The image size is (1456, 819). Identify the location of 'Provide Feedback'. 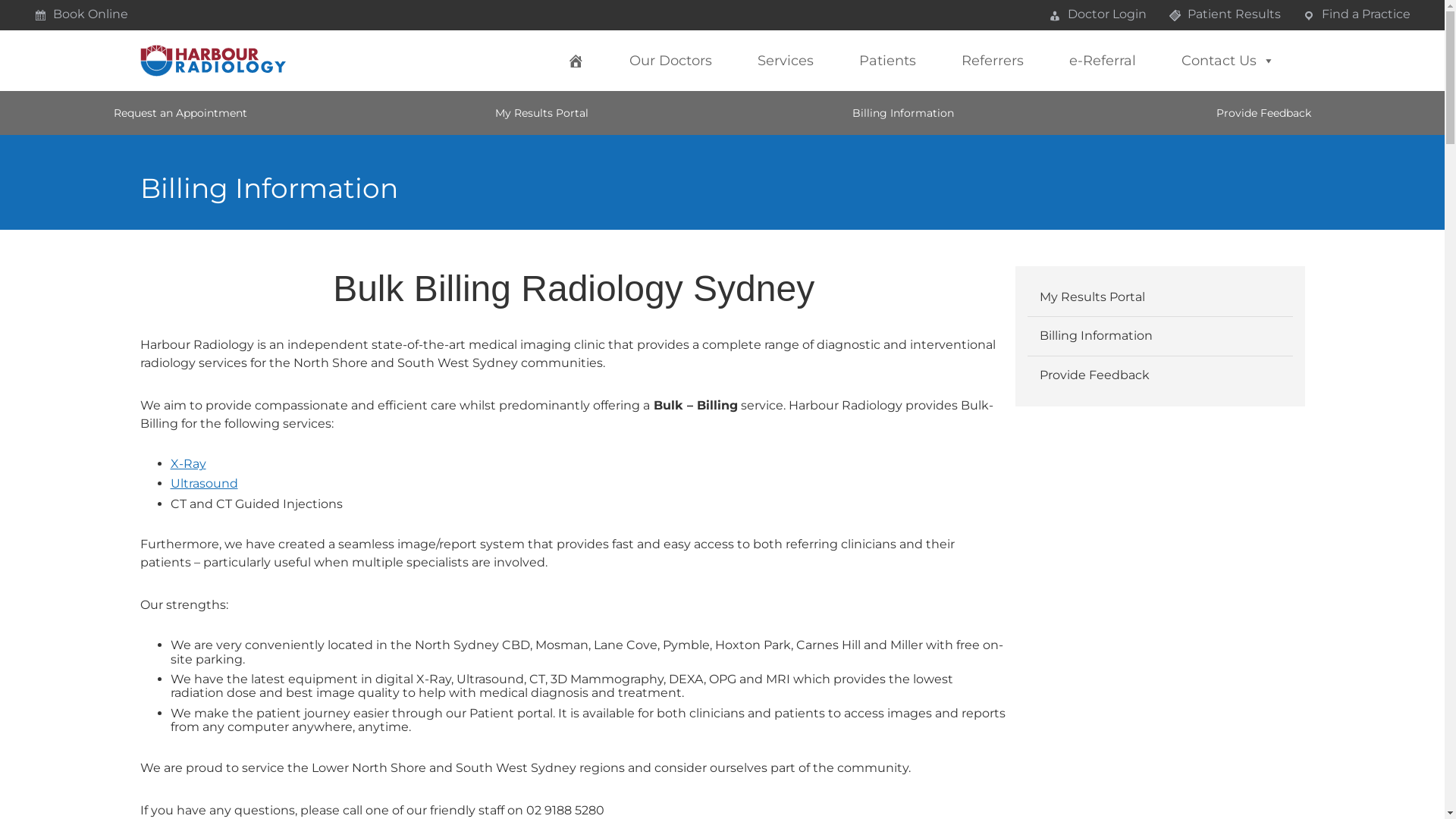
(1159, 375).